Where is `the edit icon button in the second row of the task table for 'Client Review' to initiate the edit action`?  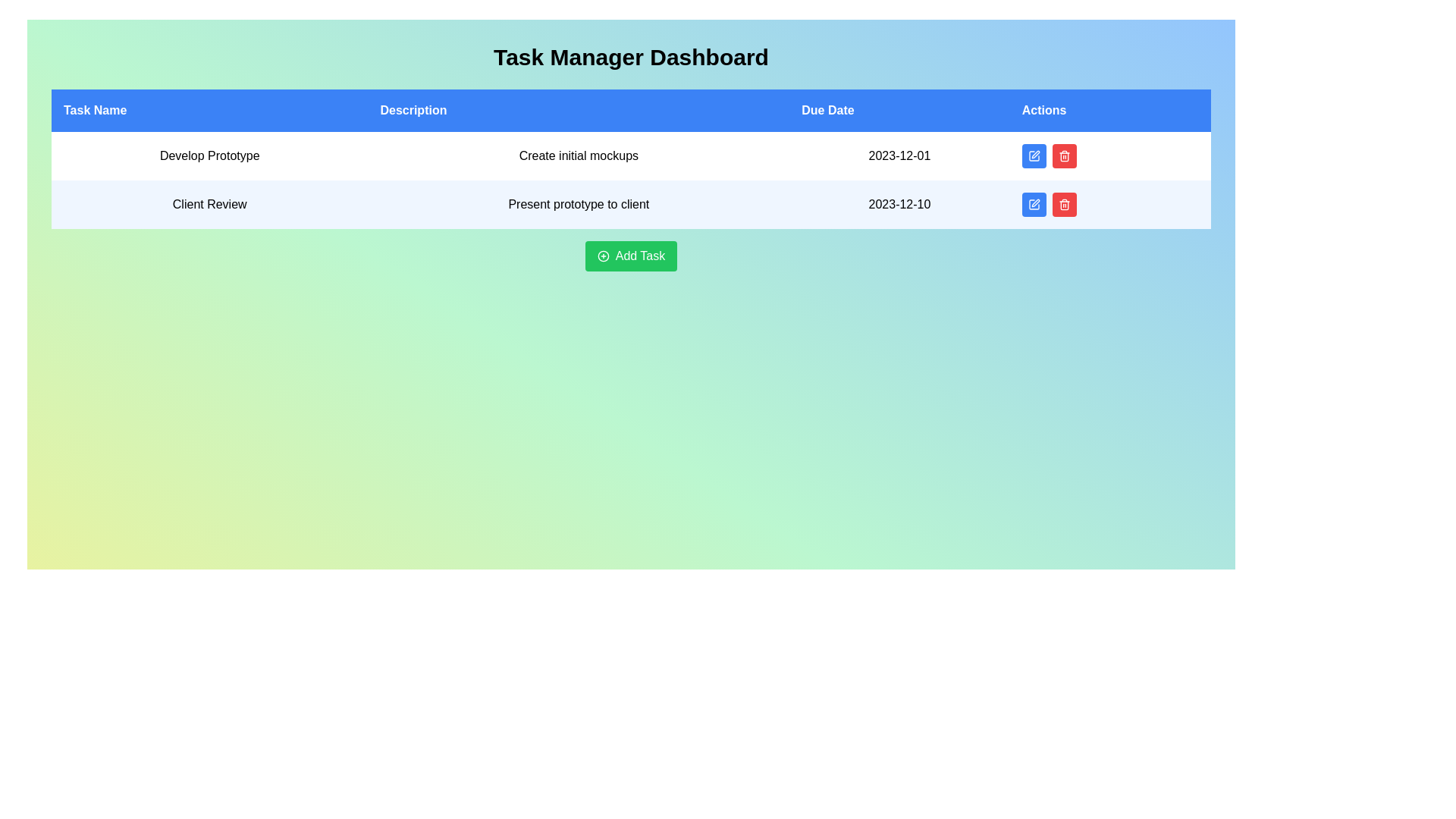
the edit icon button in the second row of the task table for 'Client Review' to initiate the edit action is located at coordinates (1034, 202).